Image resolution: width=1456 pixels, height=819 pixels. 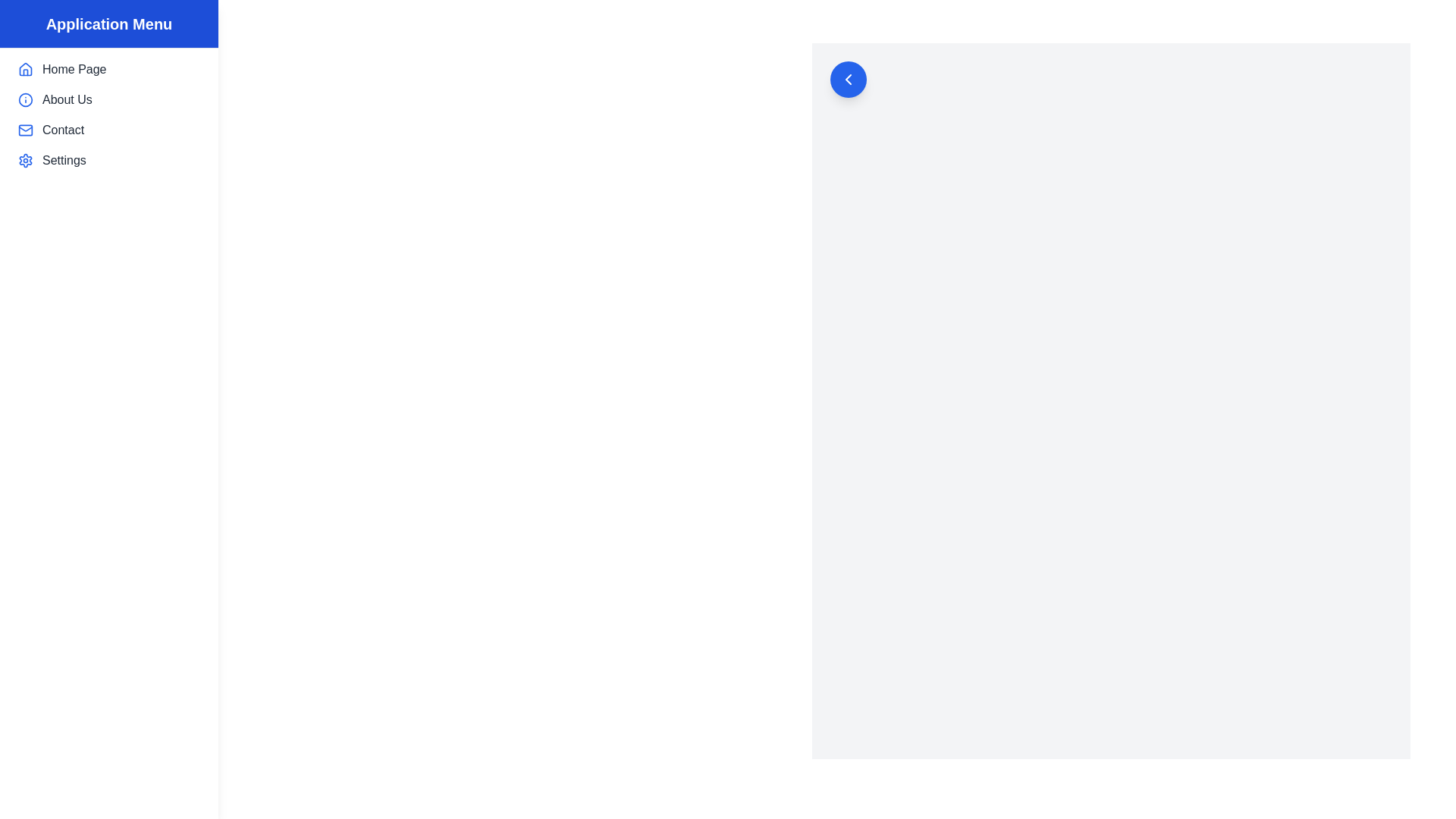 I want to click on the circle SVG shape that serves as a notification indicator within the 'About Us' menu item in the application menu on the left panel, so click(x=25, y=99).